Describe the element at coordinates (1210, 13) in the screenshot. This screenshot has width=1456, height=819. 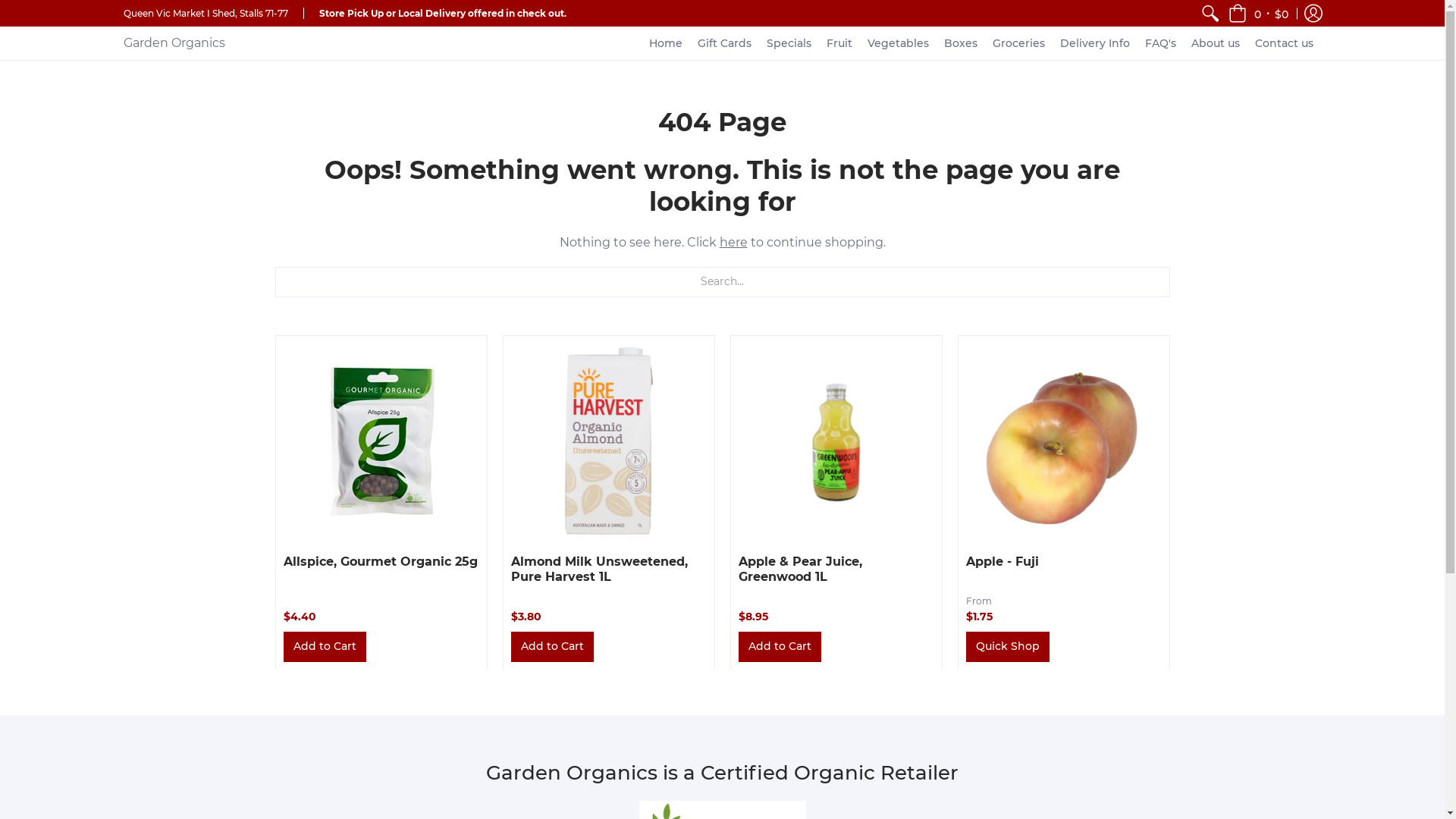
I see `'Search'` at that location.